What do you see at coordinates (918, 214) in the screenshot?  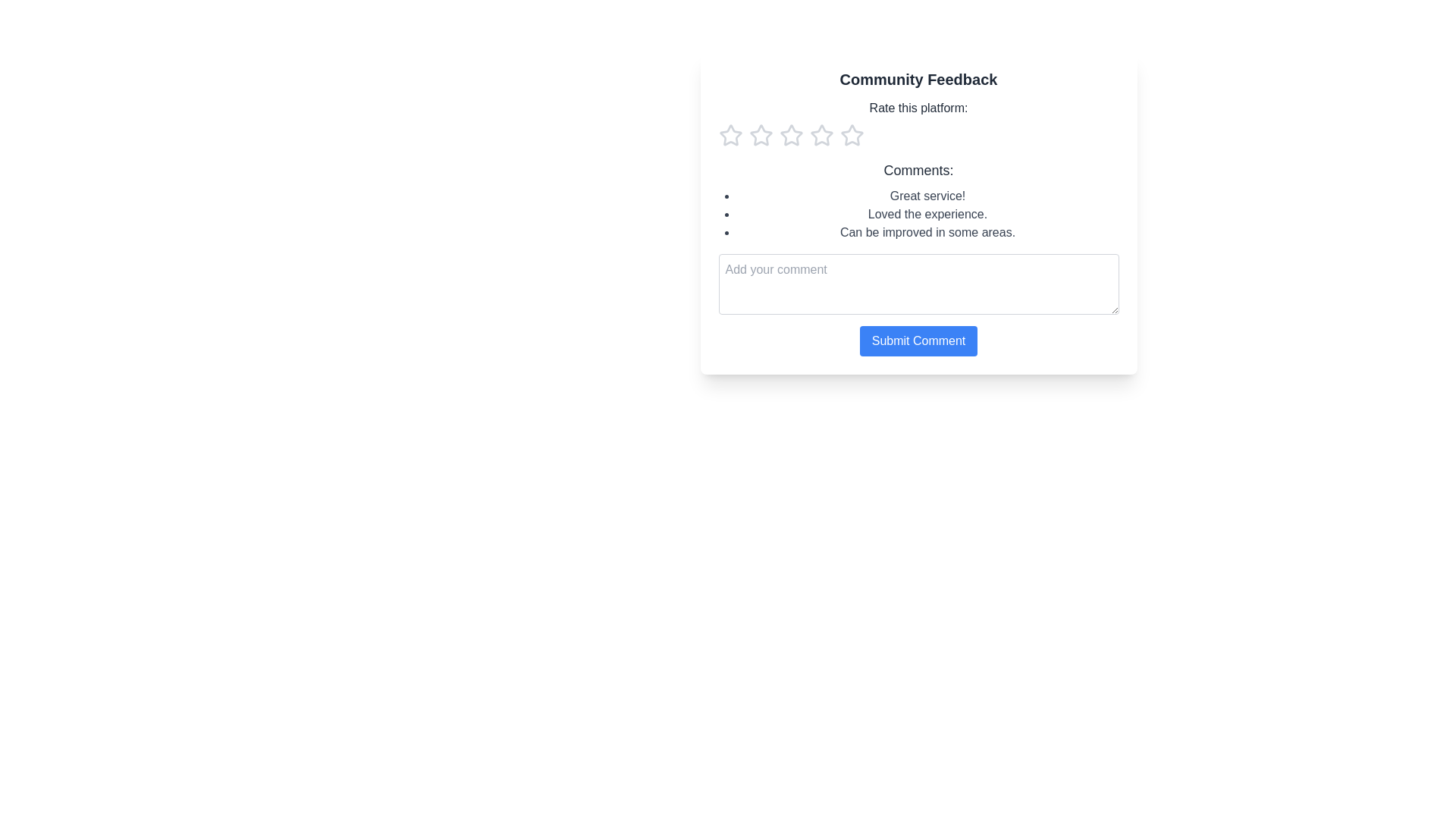 I see `the multiline list of feedback comments located below the 'Comments:' heading and above the text area input field` at bounding box center [918, 214].